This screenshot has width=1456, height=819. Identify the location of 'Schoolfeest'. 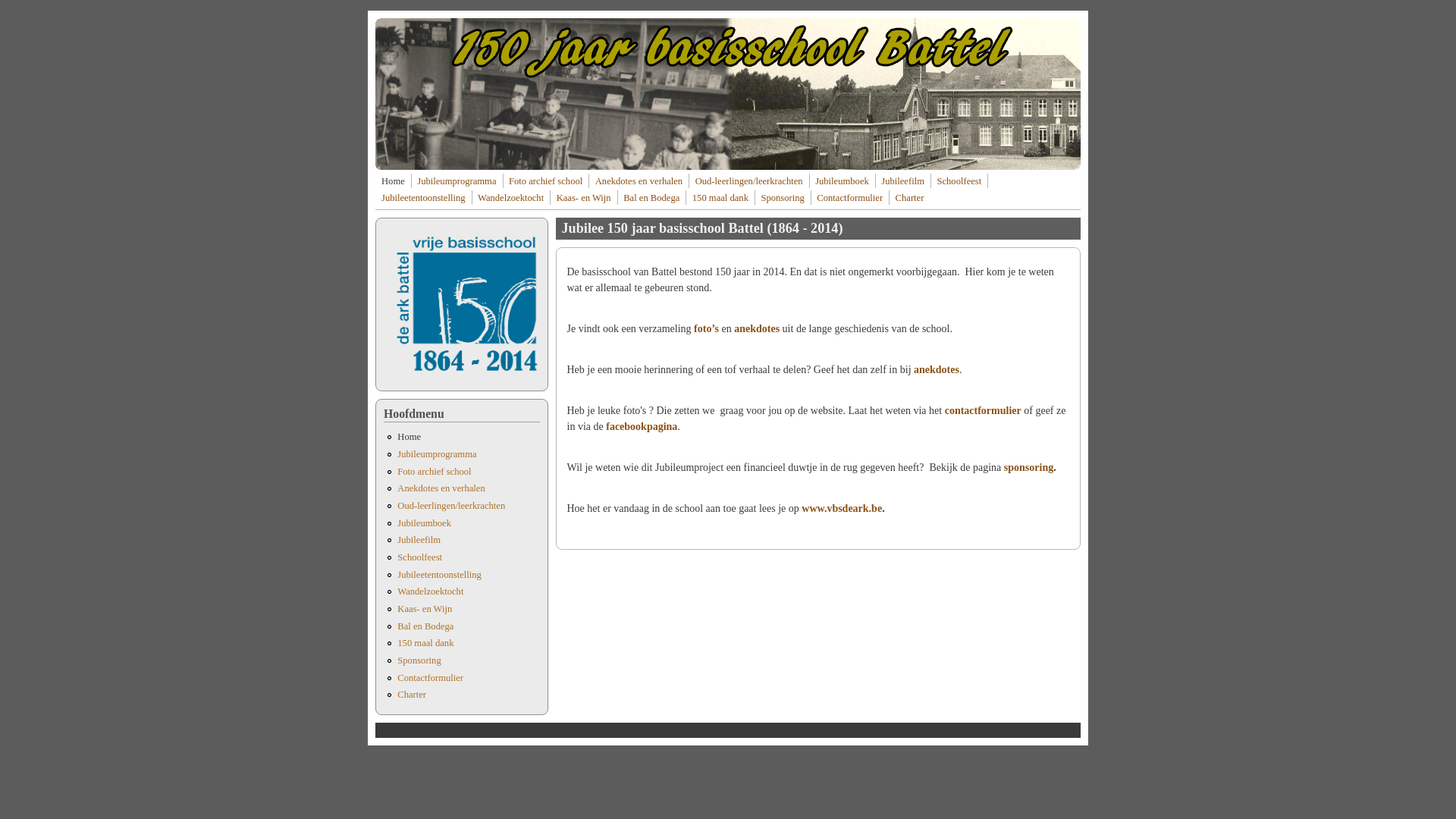
(419, 557).